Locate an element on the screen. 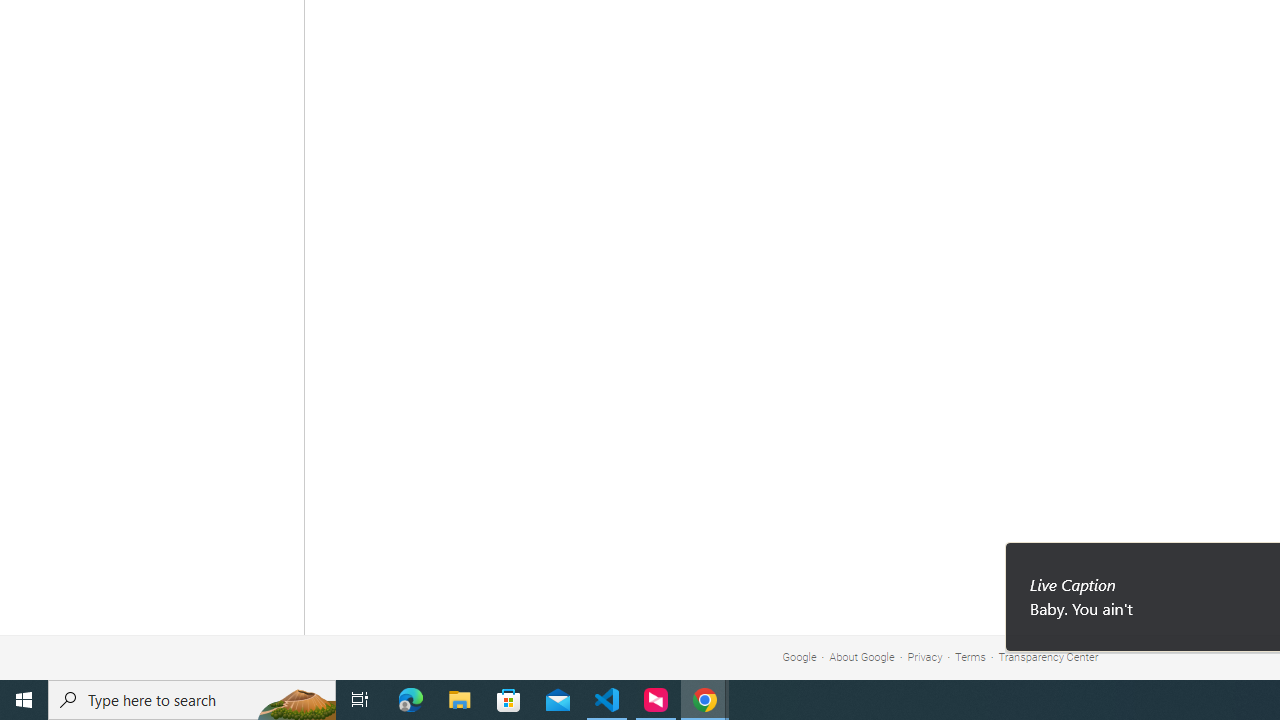 This screenshot has height=720, width=1280. 'Transparency Center' is located at coordinates (1047, 657).